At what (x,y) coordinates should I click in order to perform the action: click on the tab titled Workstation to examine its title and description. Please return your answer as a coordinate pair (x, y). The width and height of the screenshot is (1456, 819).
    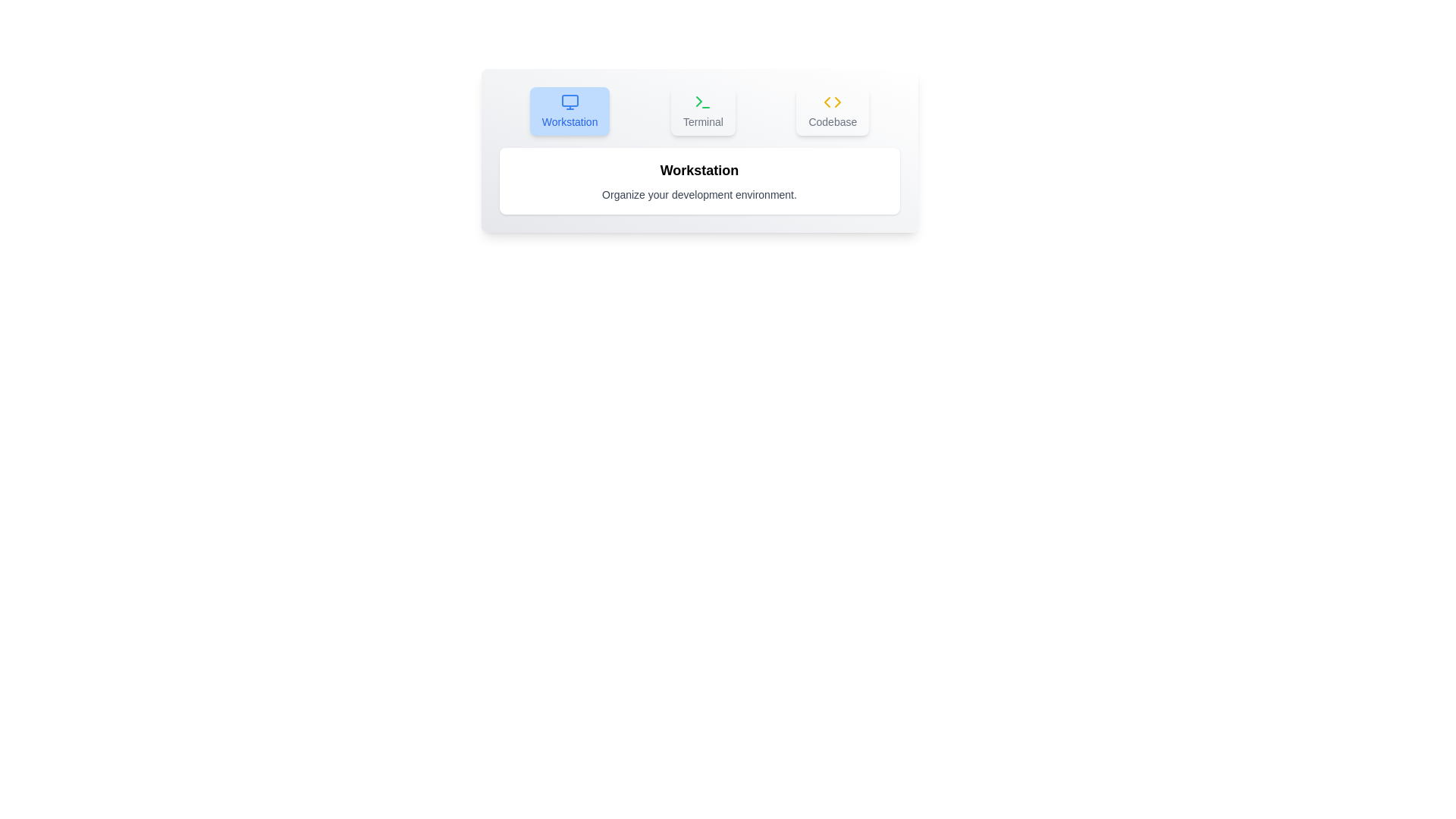
    Looking at the image, I should click on (568, 110).